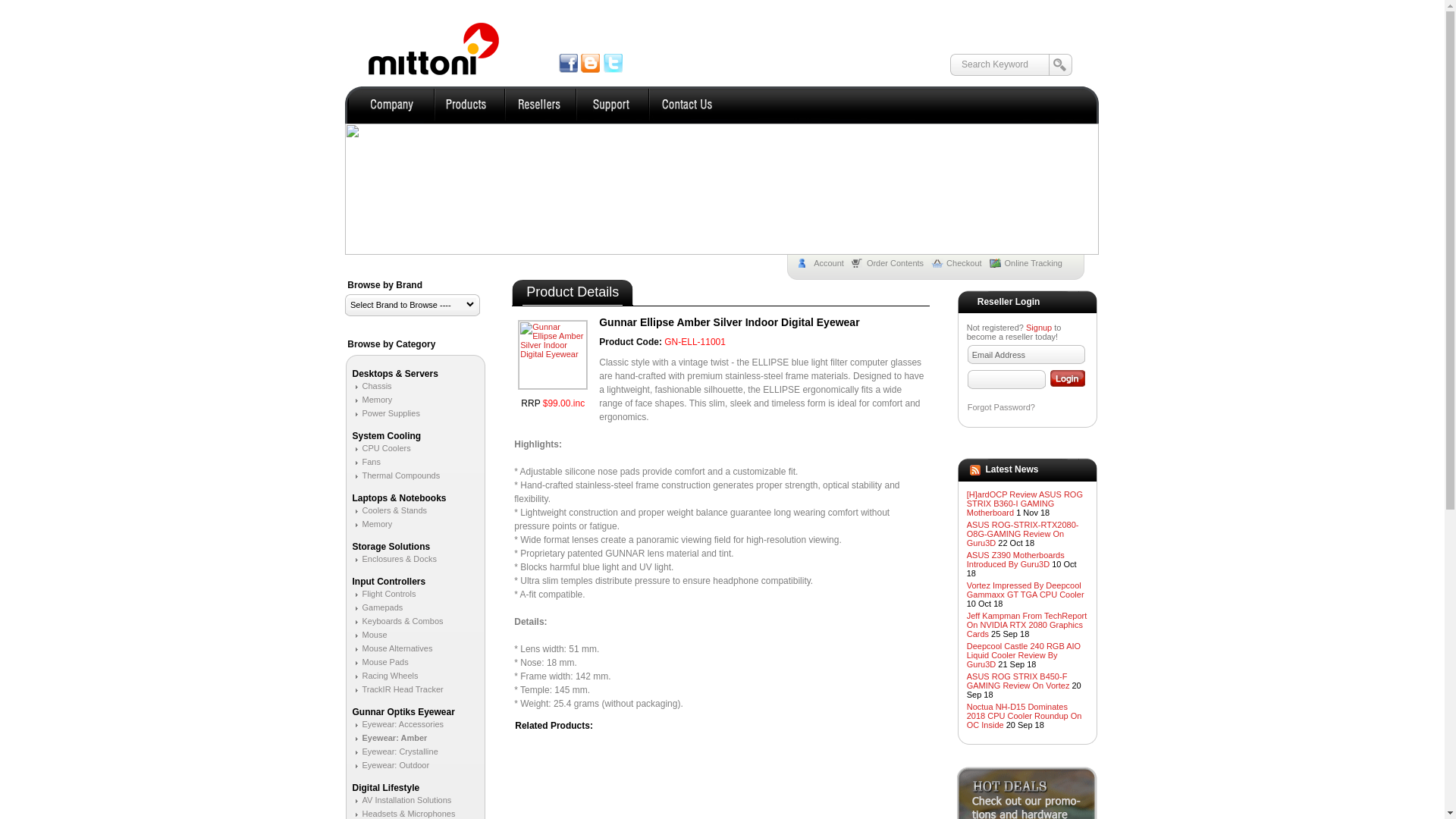  What do you see at coordinates (397, 689) in the screenshot?
I see `'TrackIR Head Tracker'` at bounding box center [397, 689].